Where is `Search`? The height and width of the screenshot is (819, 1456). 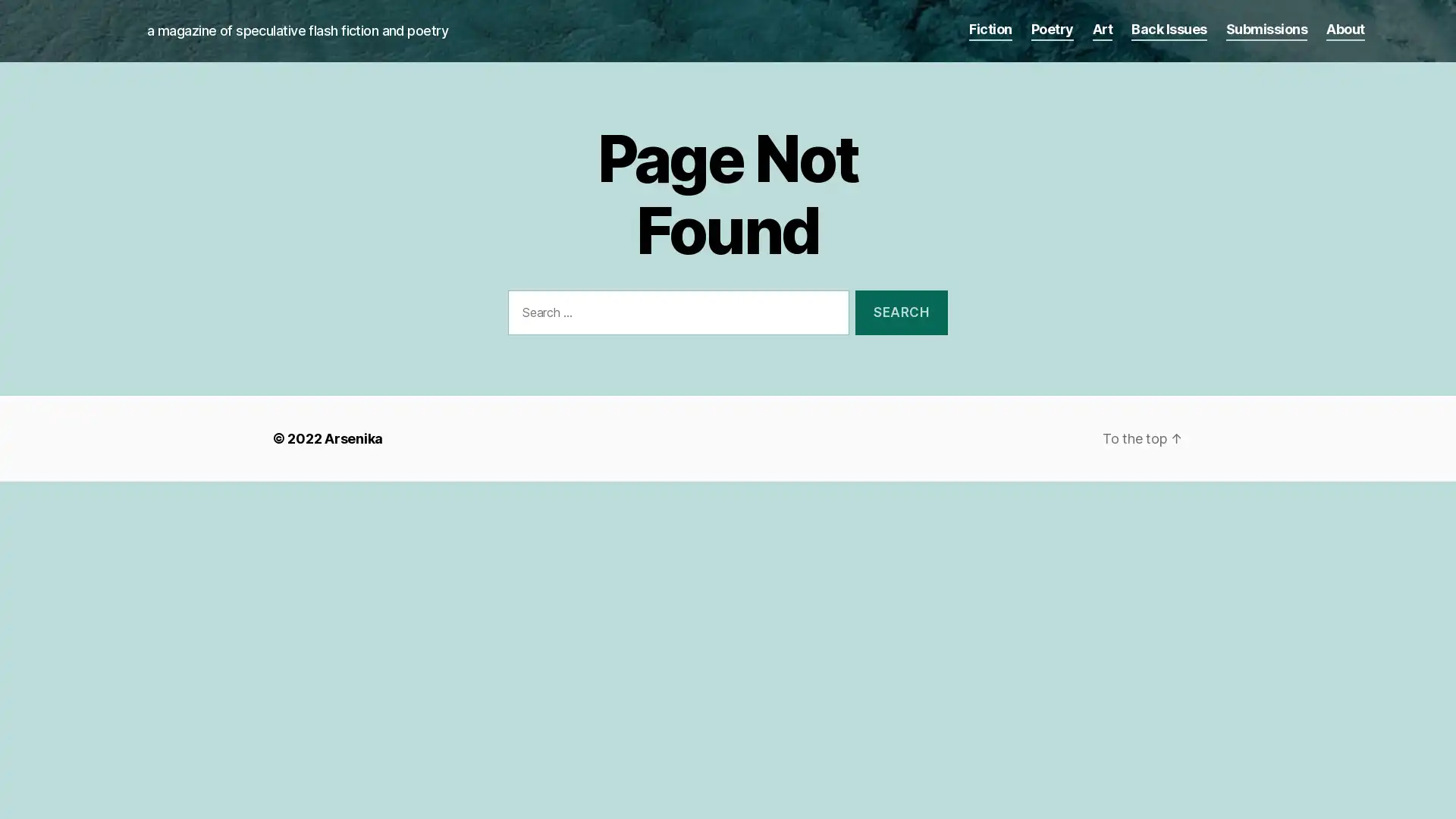
Search is located at coordinates (901, 383).